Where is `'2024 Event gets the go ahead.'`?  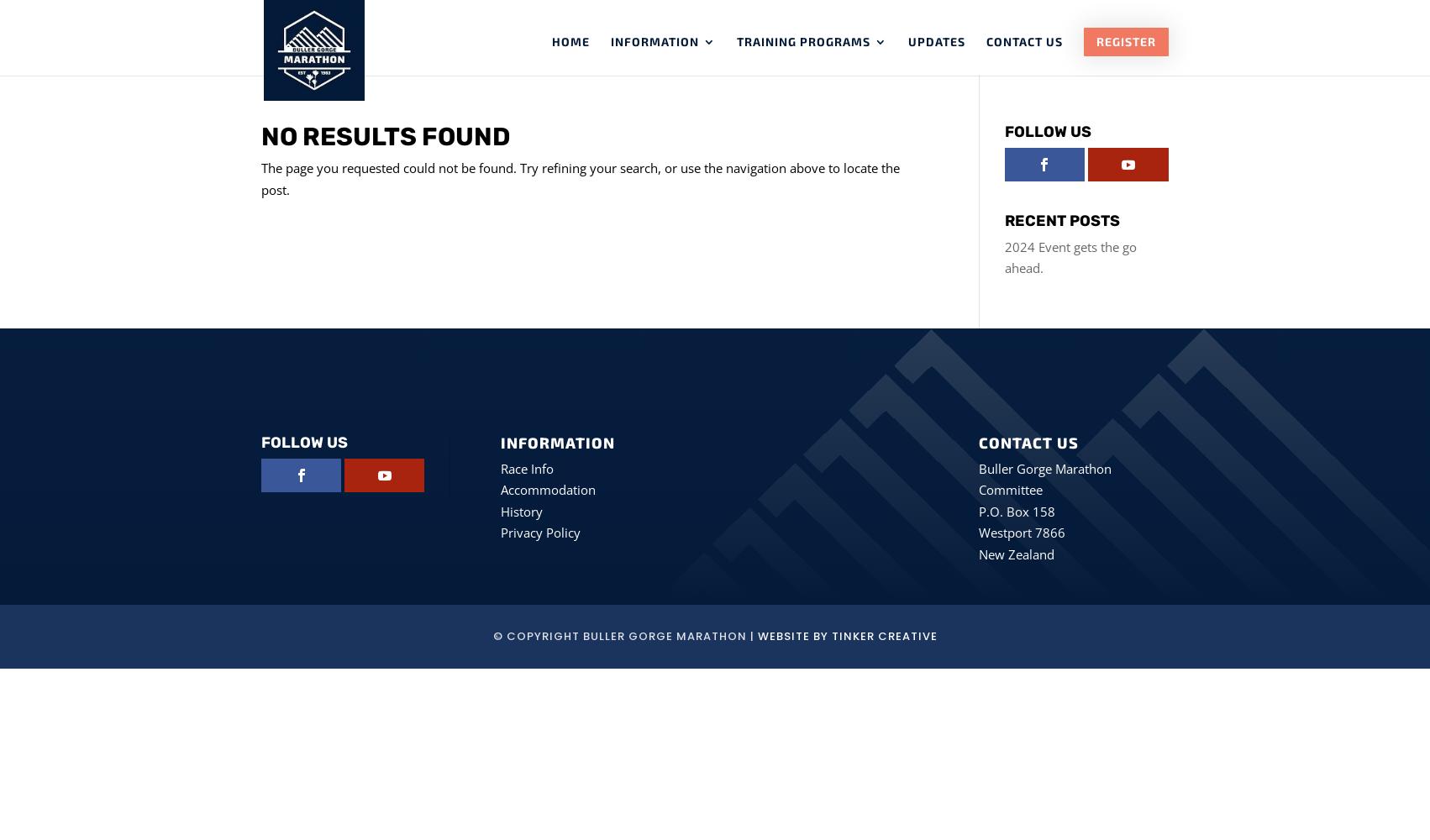 '2024 Event gets the go ahead.' is located at coordinates (1070, 257).